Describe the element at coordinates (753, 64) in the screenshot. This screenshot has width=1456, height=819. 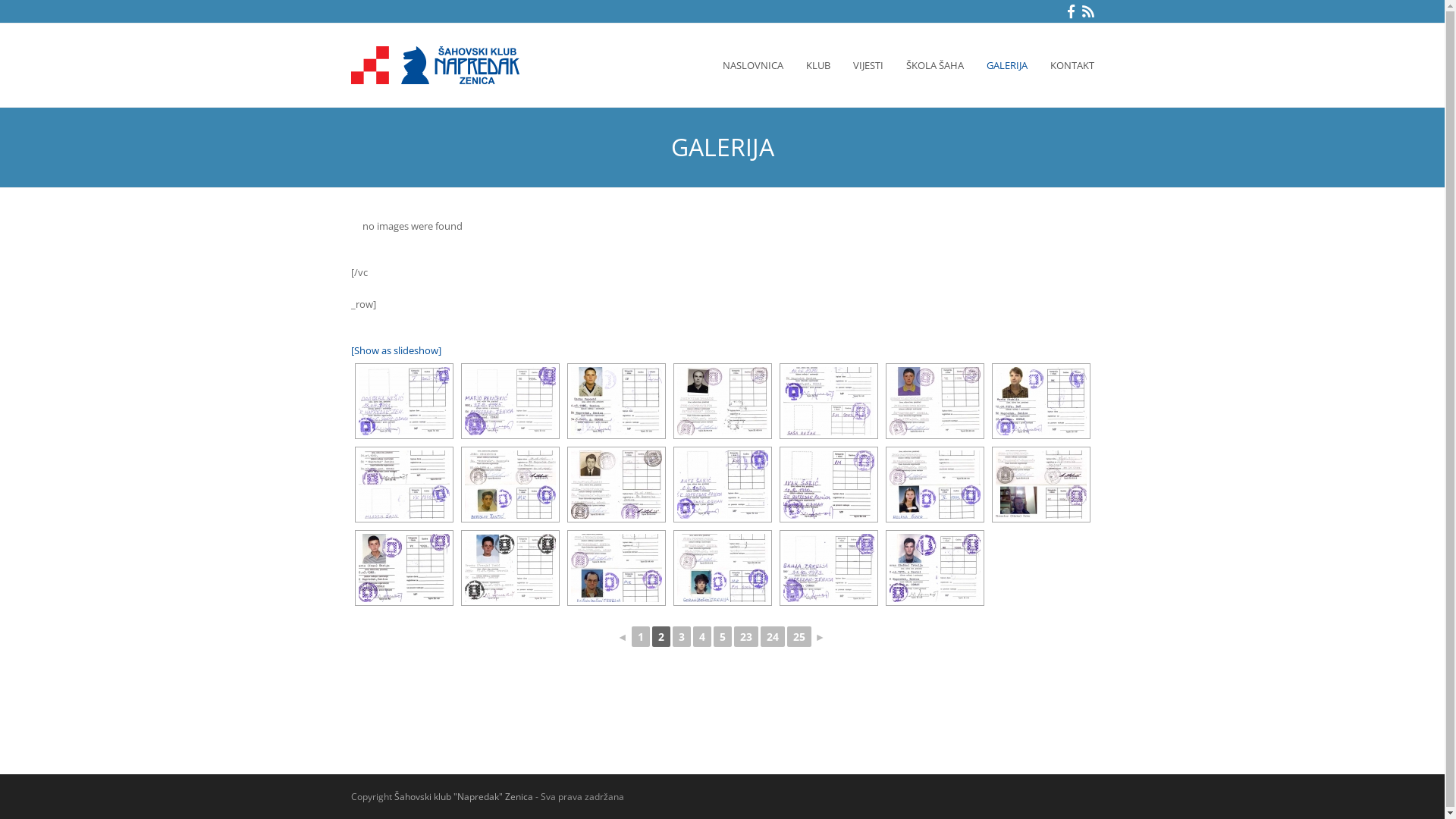
I see `'NASLOVNICA'` at that location.